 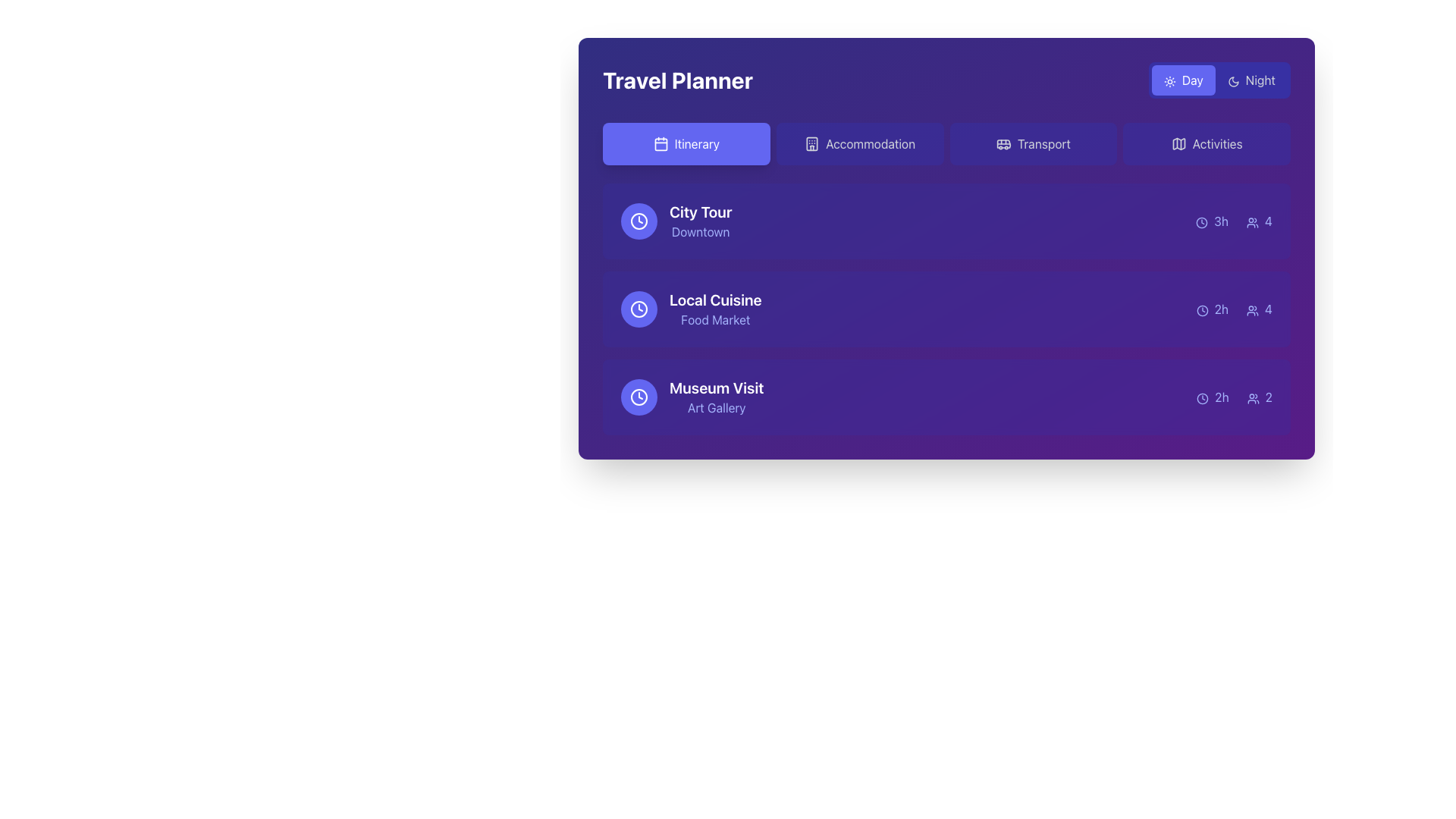 I want to click on the event item located in the third position of the vertical list within the 'Itinerary' section of the 'Travel Planner' interface, so click(x=692, y=397).